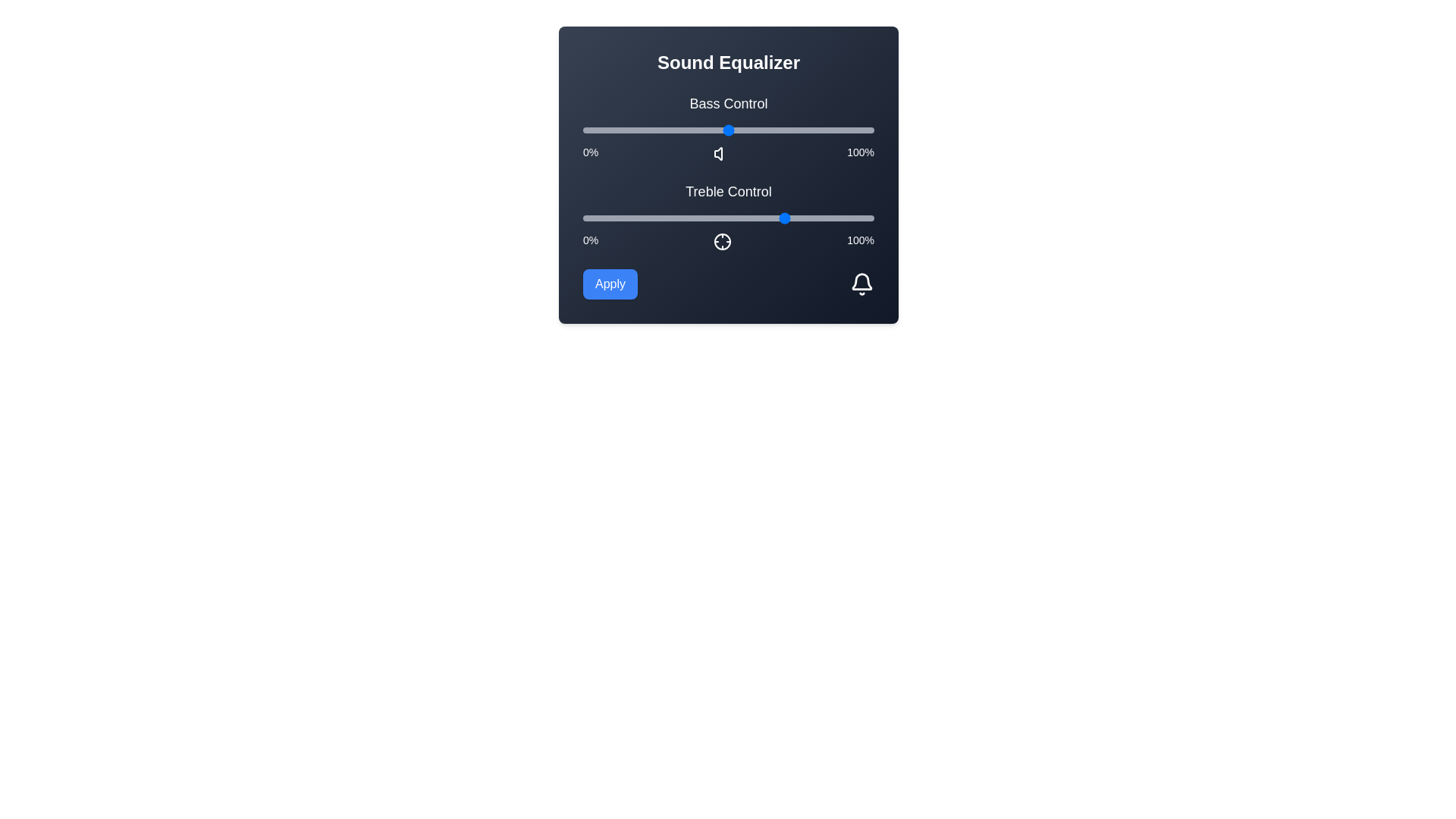 This screenshot has height=819, width=1456. I want to click on the treble slider to 69%, so click(783, 218).